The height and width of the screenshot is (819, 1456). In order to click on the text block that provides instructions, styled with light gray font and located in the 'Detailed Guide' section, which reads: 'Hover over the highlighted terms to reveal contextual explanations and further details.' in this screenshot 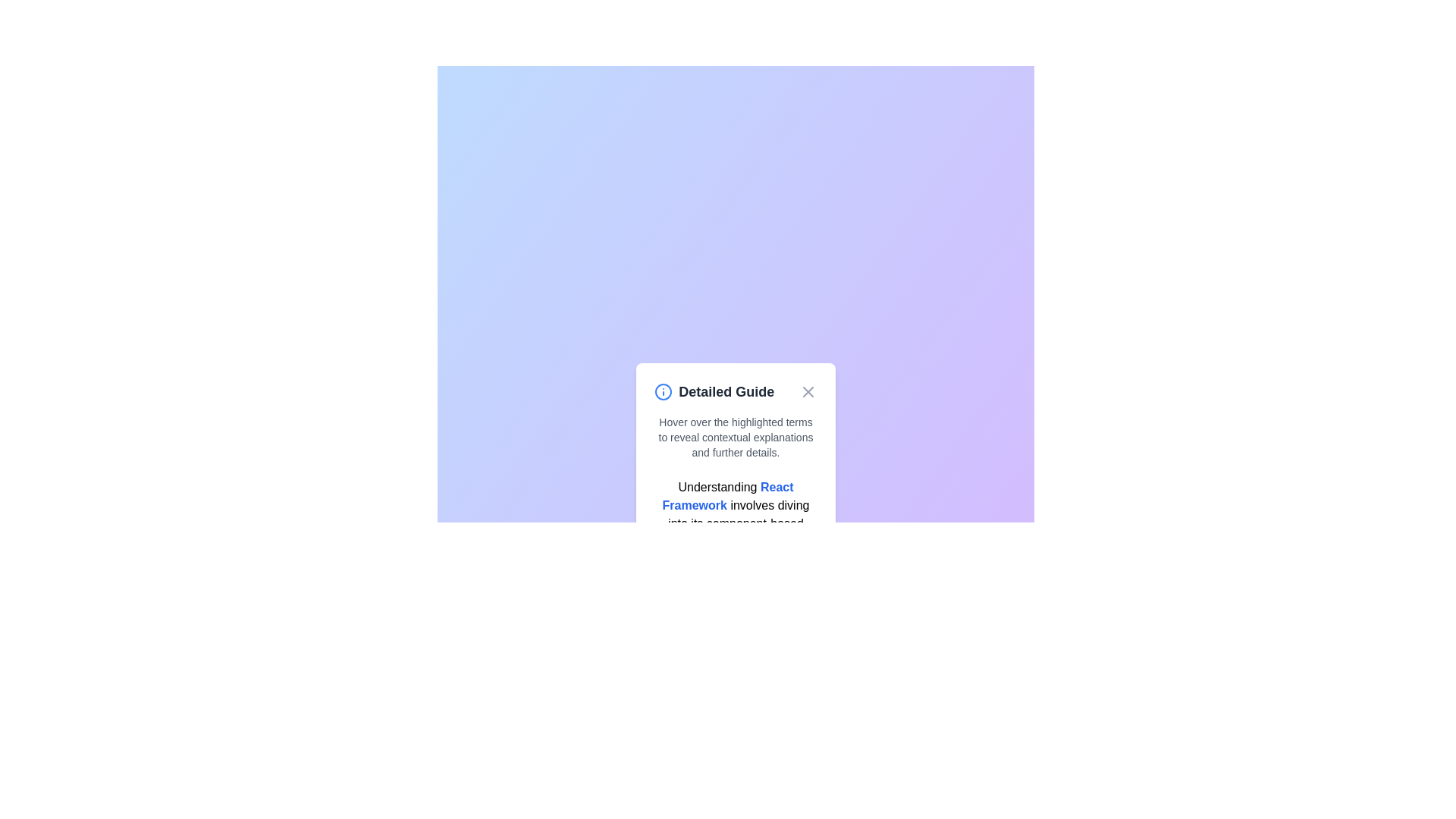, I will do `click(736, 438)`.